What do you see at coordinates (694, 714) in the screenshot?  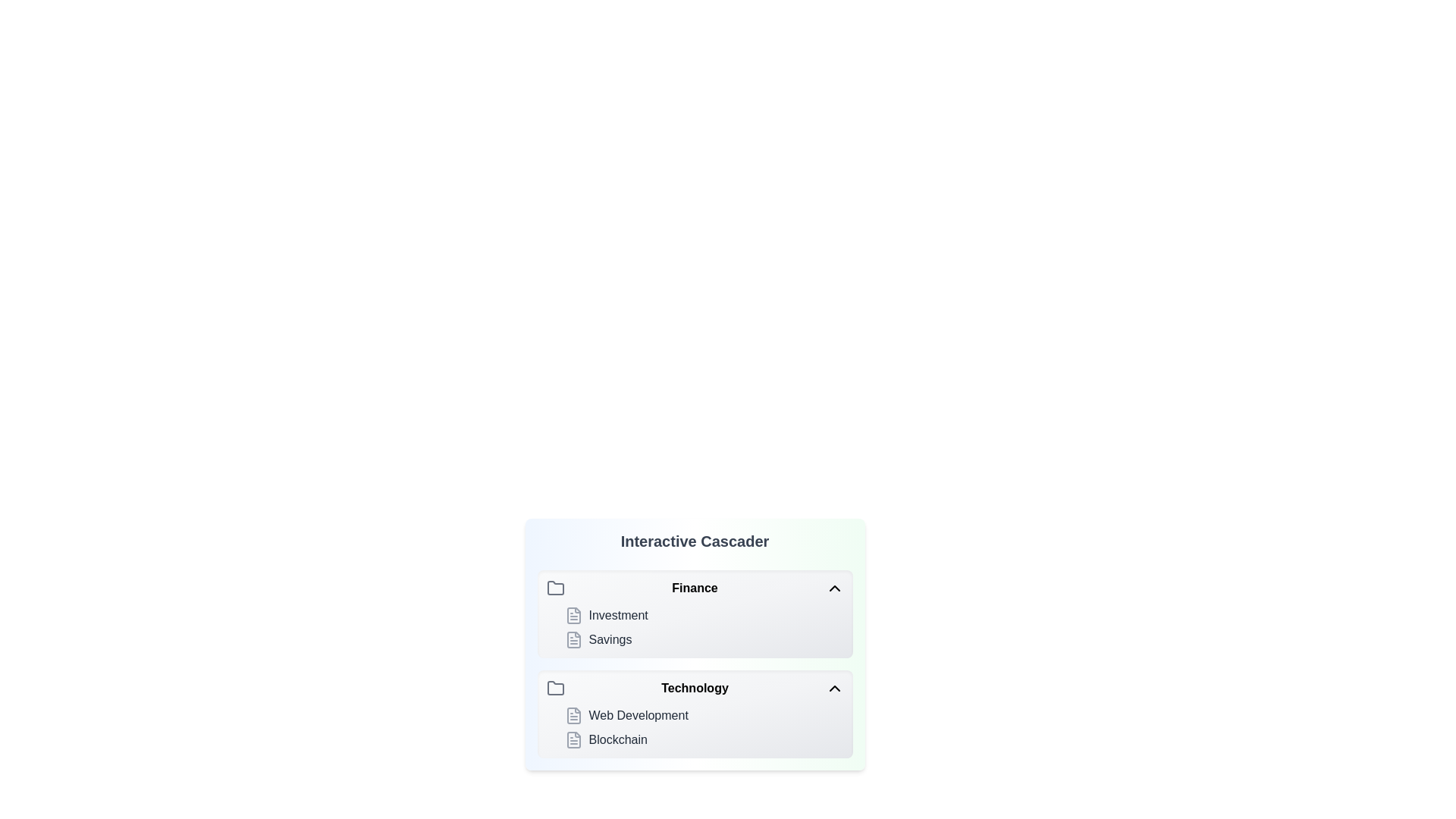 I see `the sub-option 'Web Development' located under the 'Technology' expandable section, which categorizes related items` at bounding box center [694, 714].